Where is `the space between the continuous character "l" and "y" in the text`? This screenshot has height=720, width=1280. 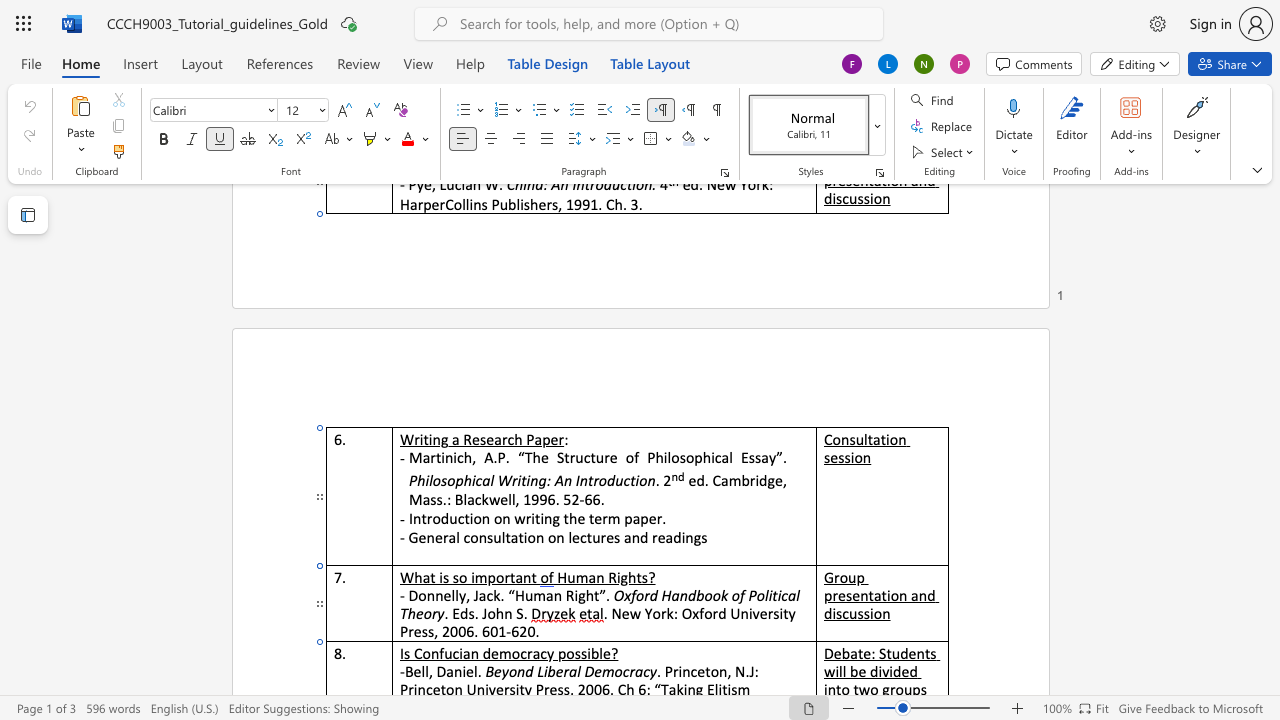 the space between the continuous character "l" and "y" in the text is located at coordinates (458, 594).